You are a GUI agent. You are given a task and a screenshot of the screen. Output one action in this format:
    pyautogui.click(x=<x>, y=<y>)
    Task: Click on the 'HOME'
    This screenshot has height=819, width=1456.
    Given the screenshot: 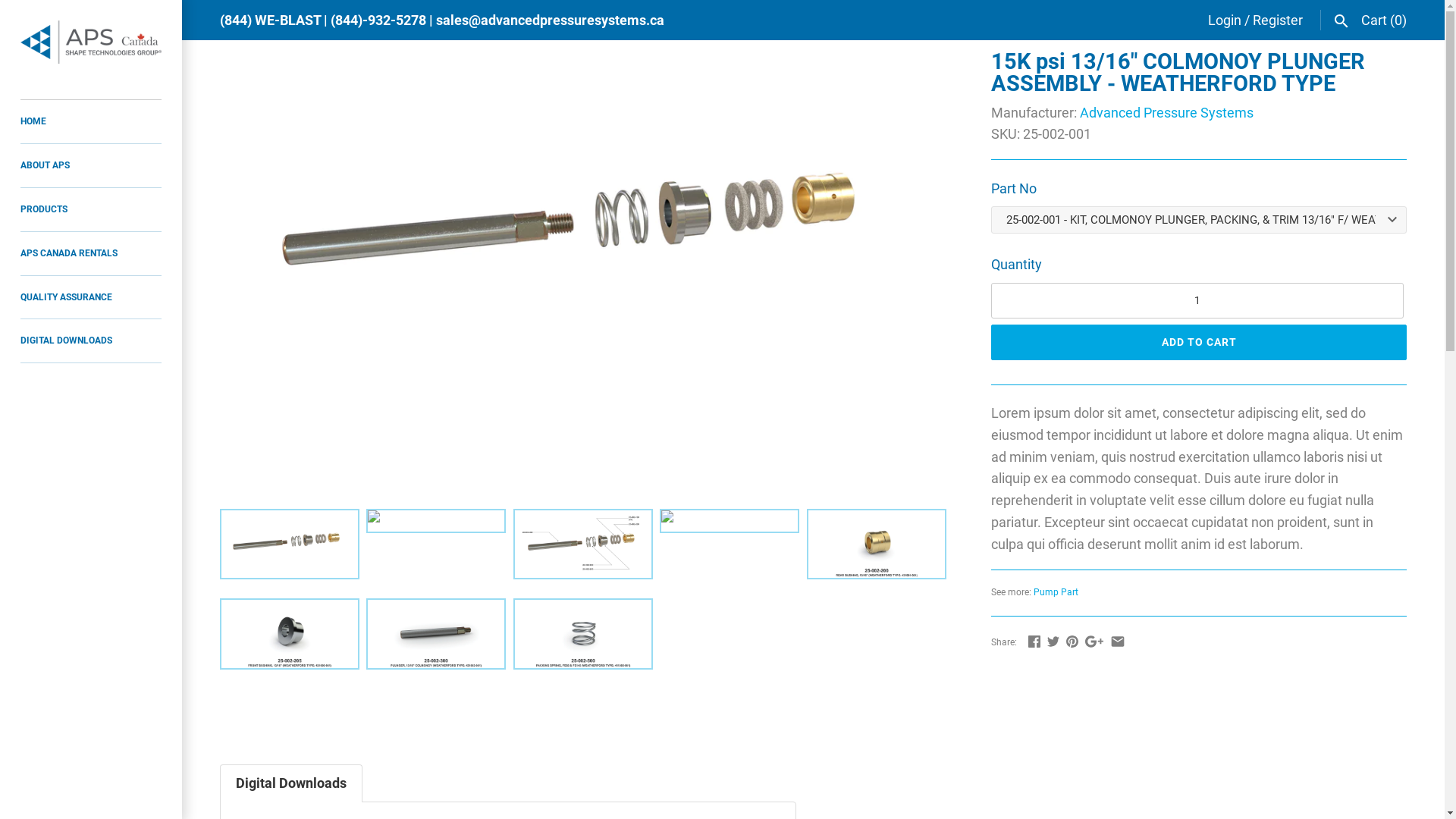 What is the action you would take?
    pyautogui.click(x=90, y=121)
    